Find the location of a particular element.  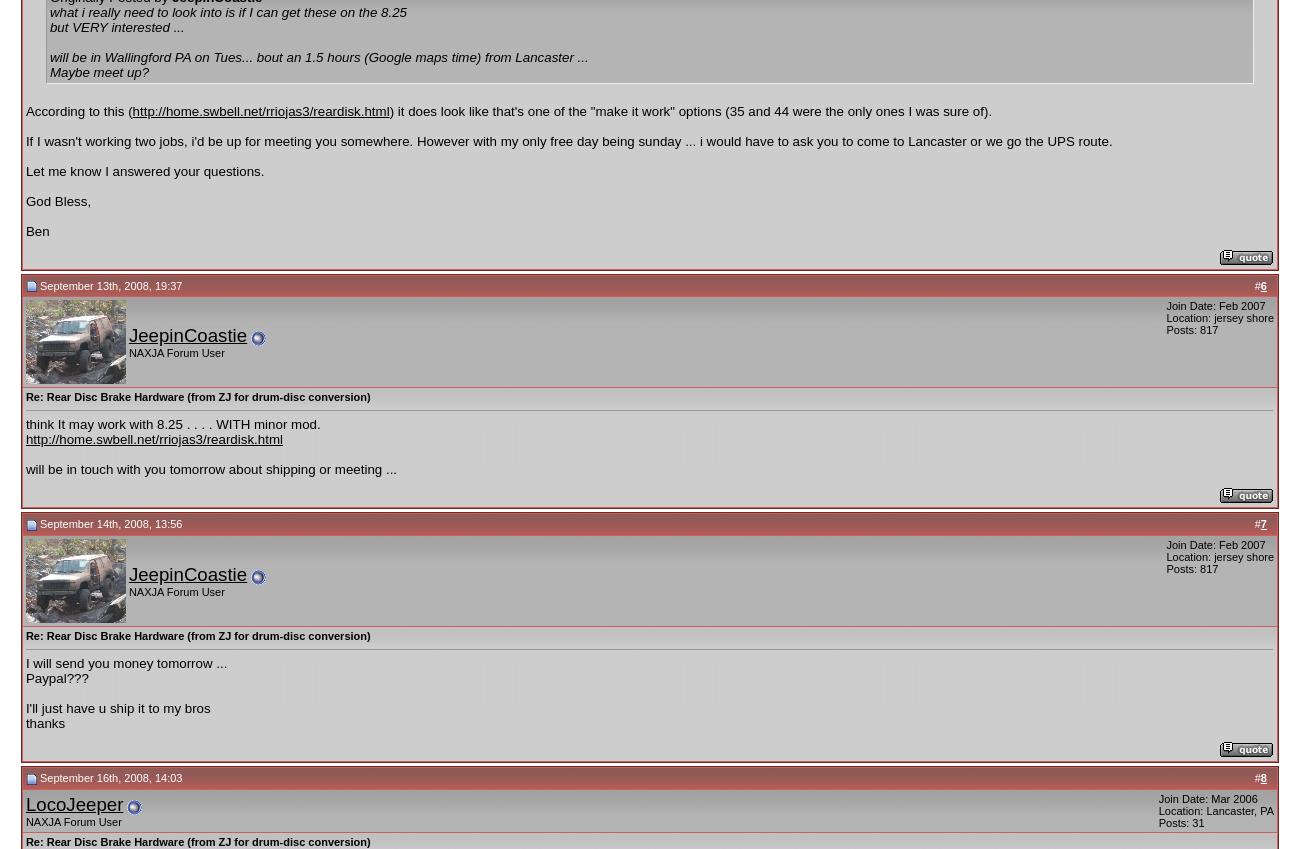

'Maybe meet up?' is located at coordinates (99, 71).